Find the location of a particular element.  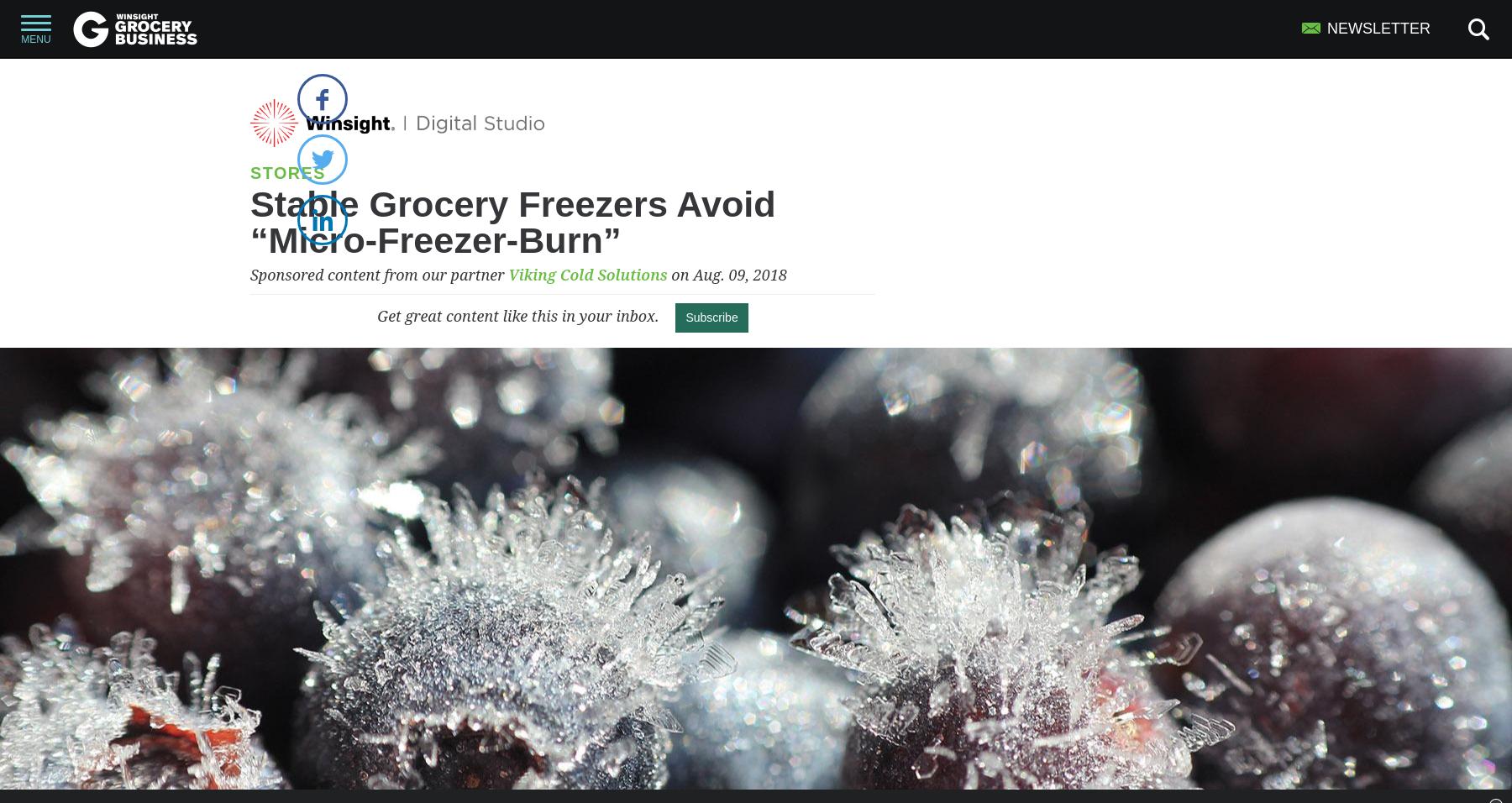

'Viking Cold Solutions' is located at coordinates (586, 274).